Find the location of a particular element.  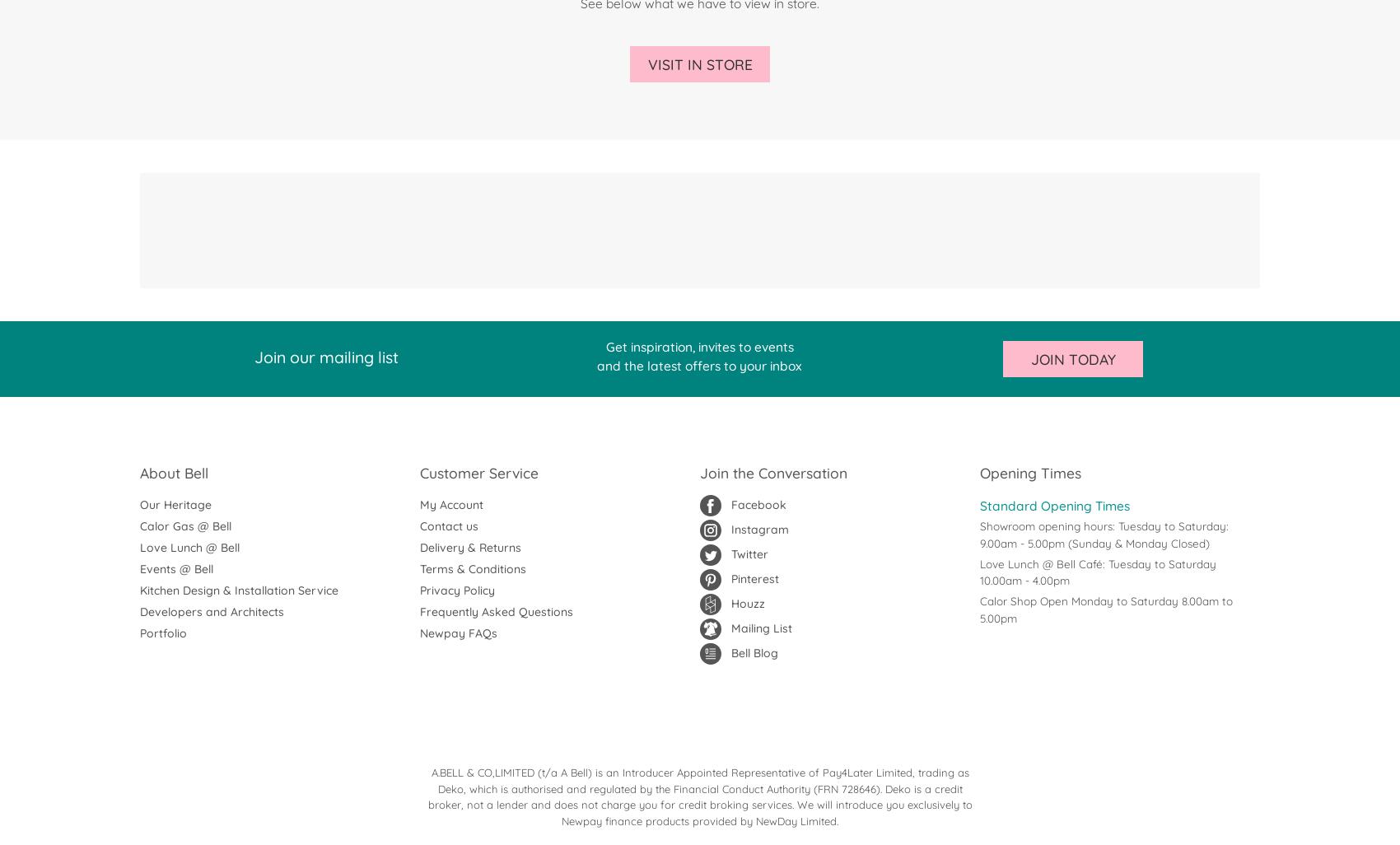

'Terms & Conditions' is located at coordinates (472, 568).